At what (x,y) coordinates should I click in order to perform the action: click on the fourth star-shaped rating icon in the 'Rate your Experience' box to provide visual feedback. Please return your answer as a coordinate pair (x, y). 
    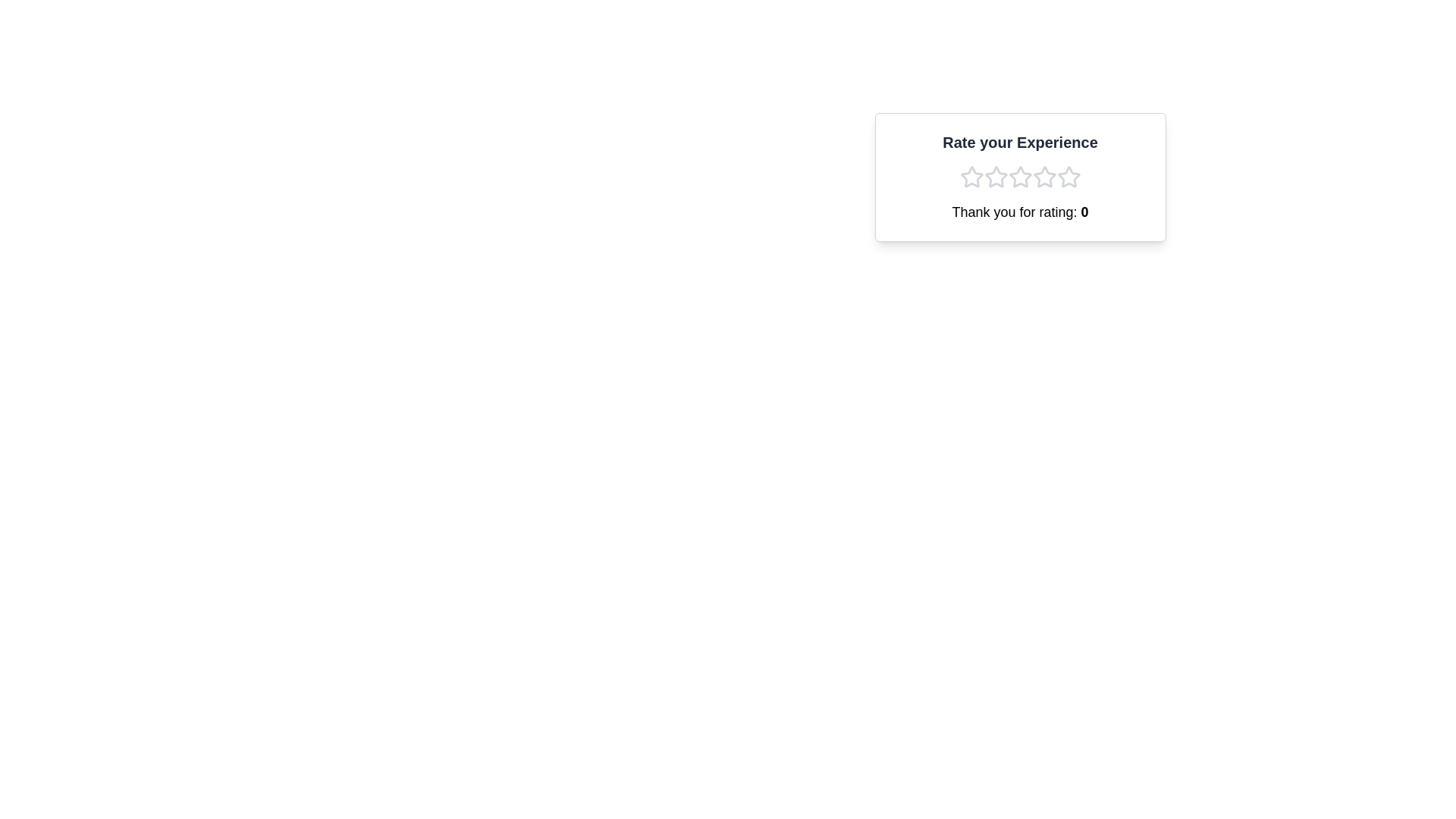
    Looking at the image, I should click on (1020, 177).